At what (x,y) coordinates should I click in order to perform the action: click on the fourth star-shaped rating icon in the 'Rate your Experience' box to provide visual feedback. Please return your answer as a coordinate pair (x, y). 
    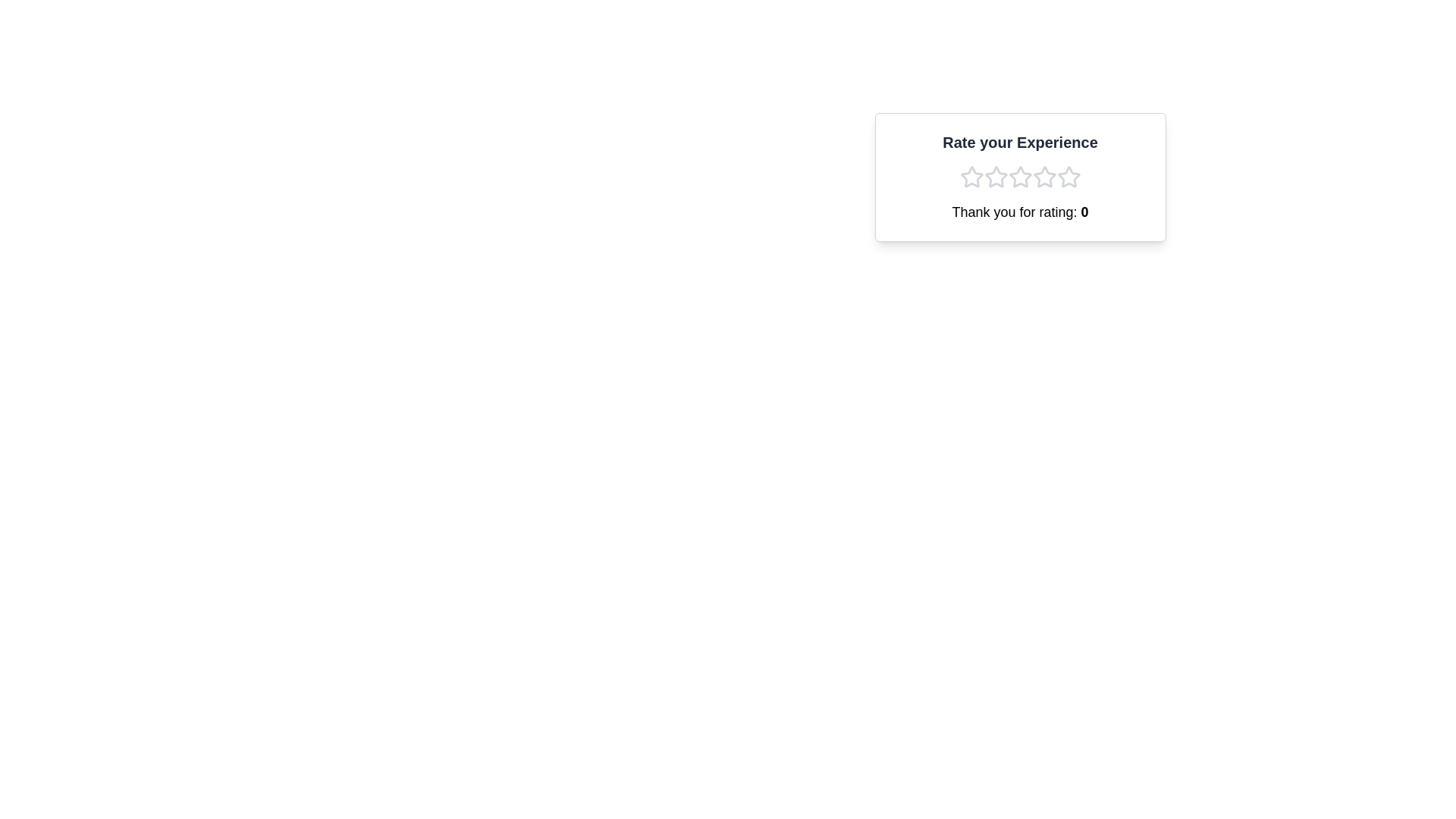
    Looking at the image, I should click on (1020, 177).